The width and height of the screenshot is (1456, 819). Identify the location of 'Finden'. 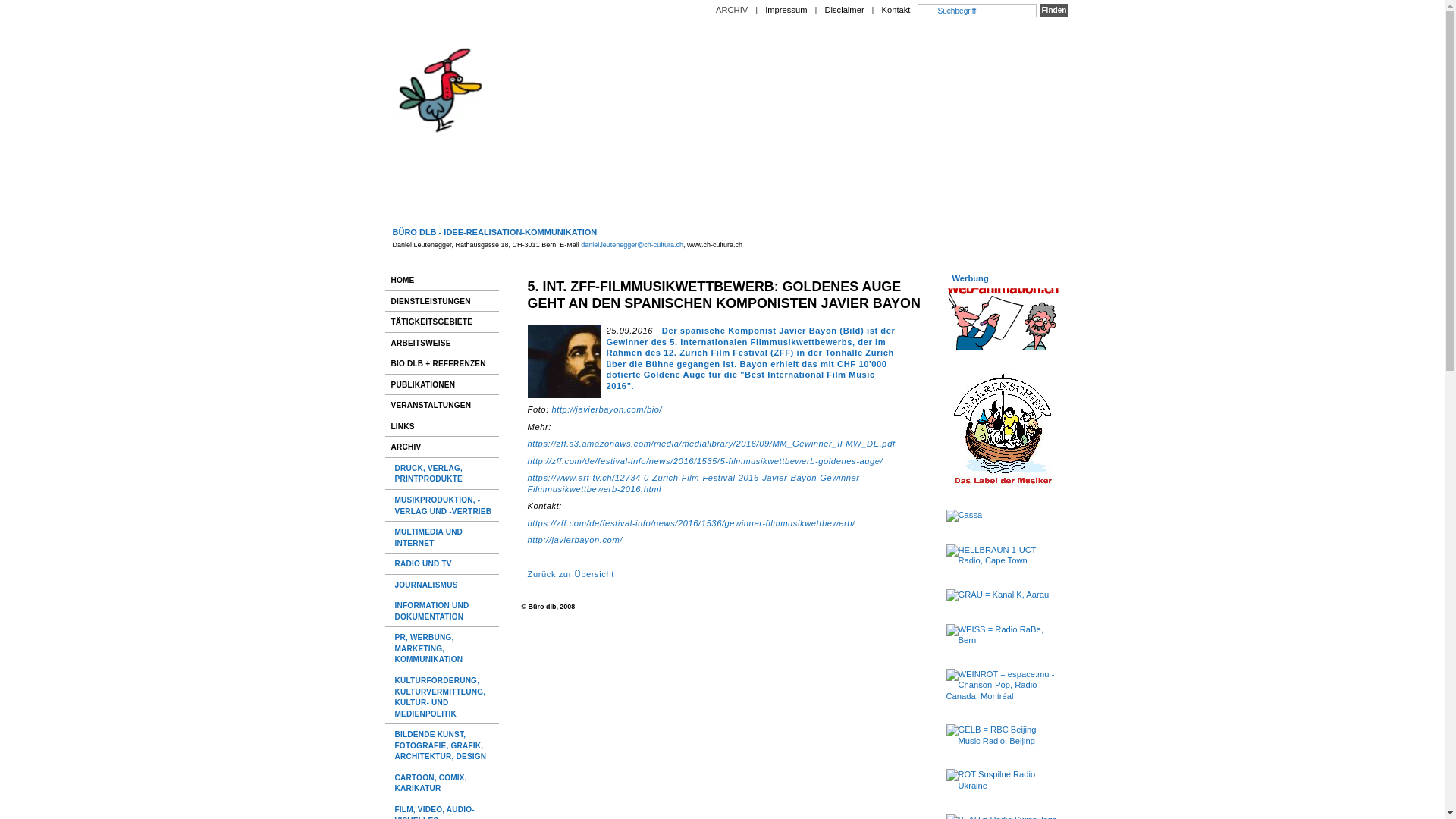
(1053, 11).